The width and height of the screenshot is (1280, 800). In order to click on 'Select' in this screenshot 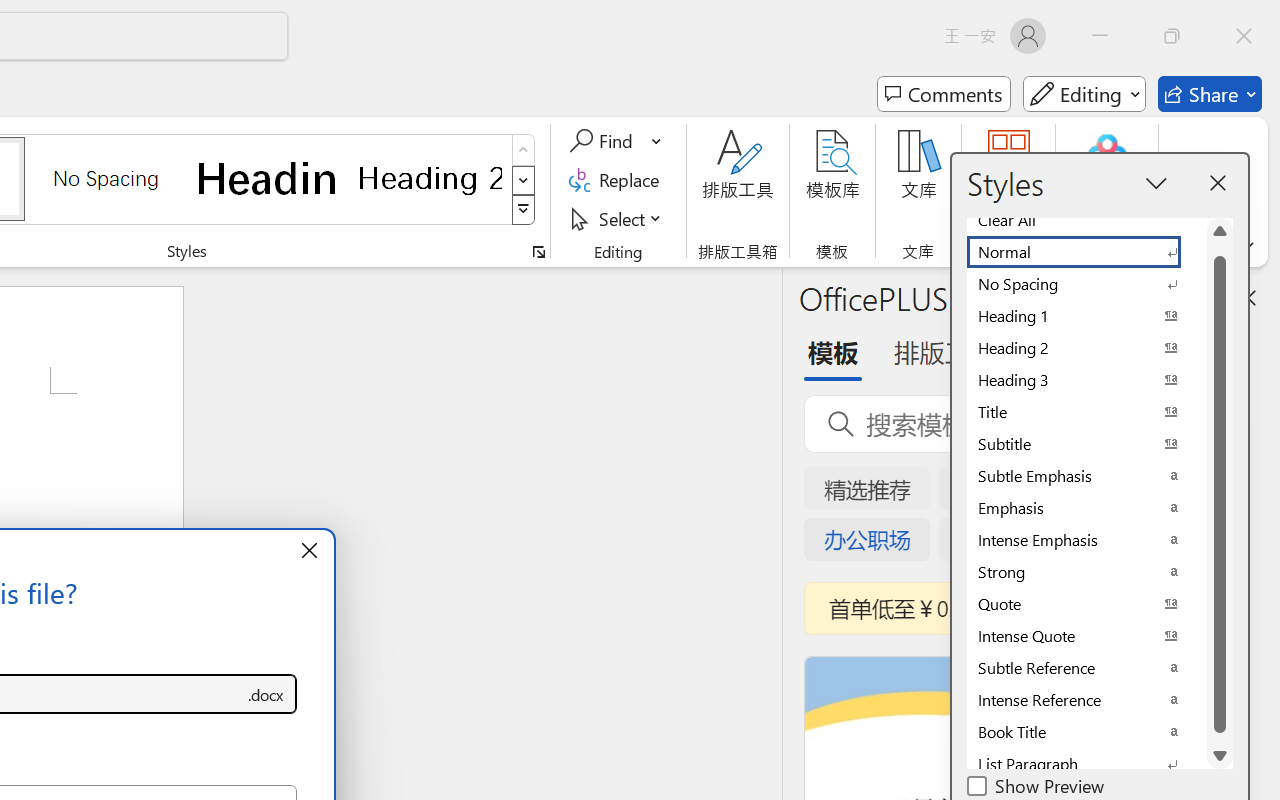, I will do `click(617, 218)`.